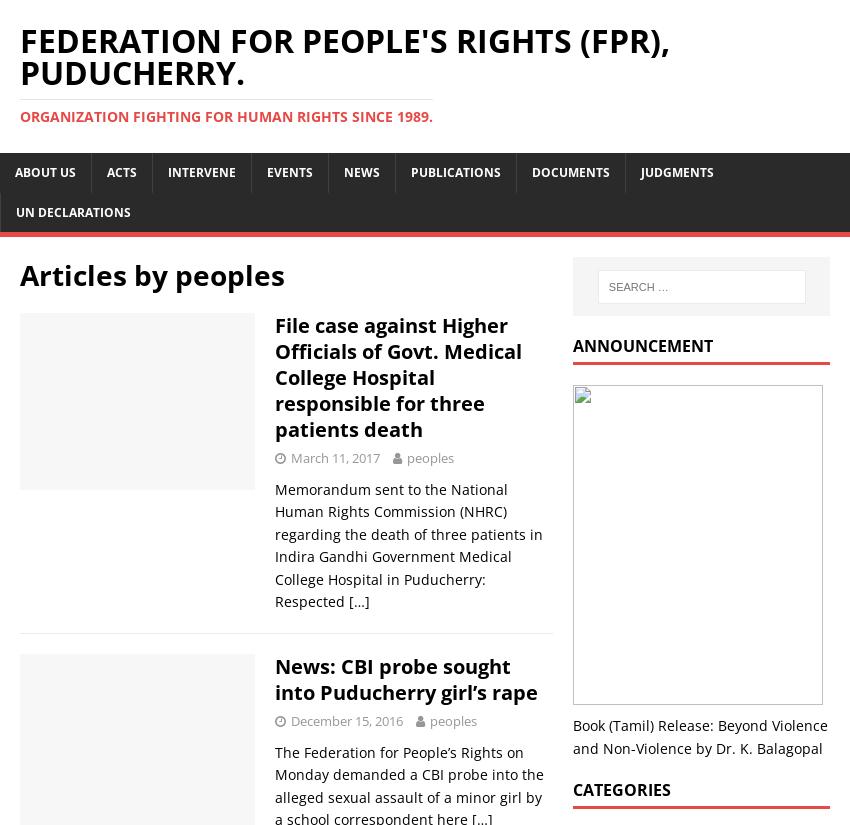 Image resolution: width=850 pixels, height=825 pixels. What do you see at coordinates (96, 272) in the screenshot?
I see `'Articles by'` at bounding box center [96, 272].